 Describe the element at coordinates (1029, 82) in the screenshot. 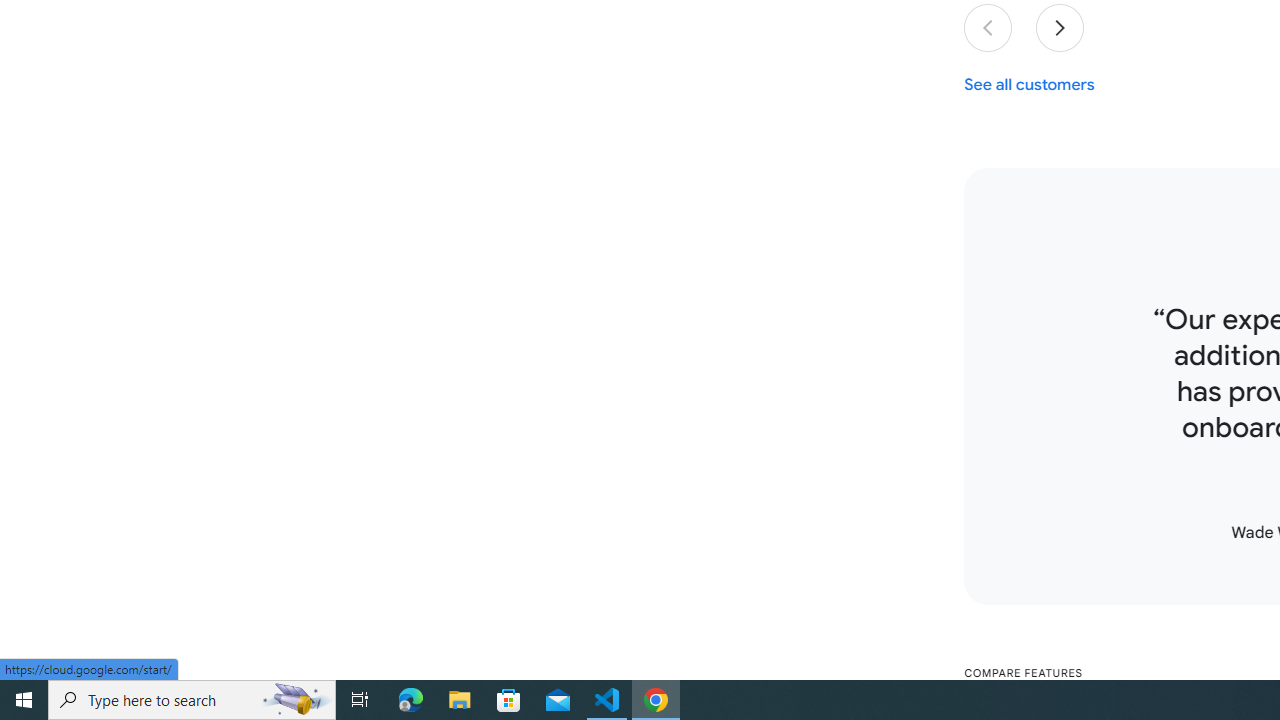

I see `'See all customers'` at that location.